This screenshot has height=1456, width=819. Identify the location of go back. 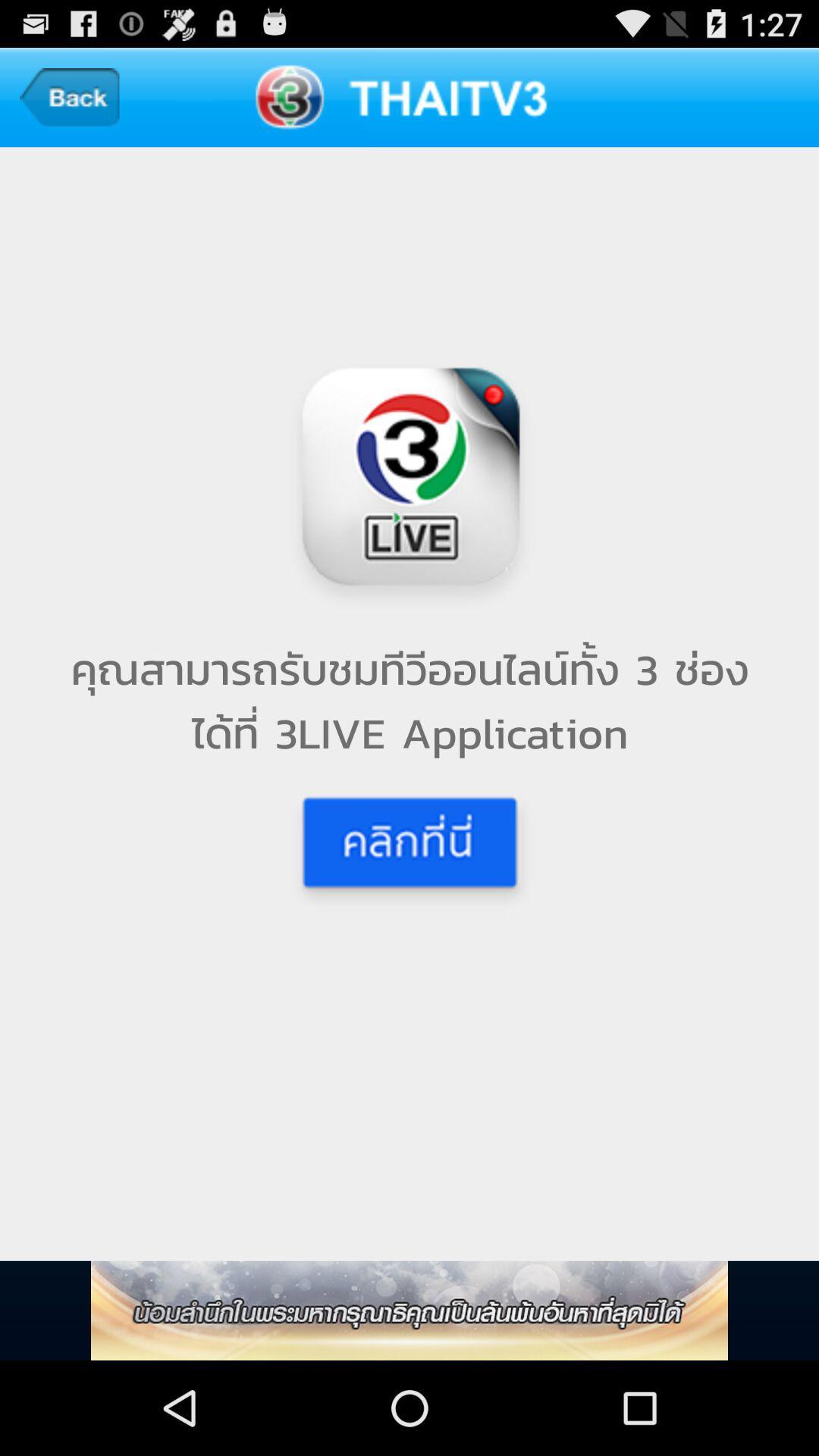
(69, 96).